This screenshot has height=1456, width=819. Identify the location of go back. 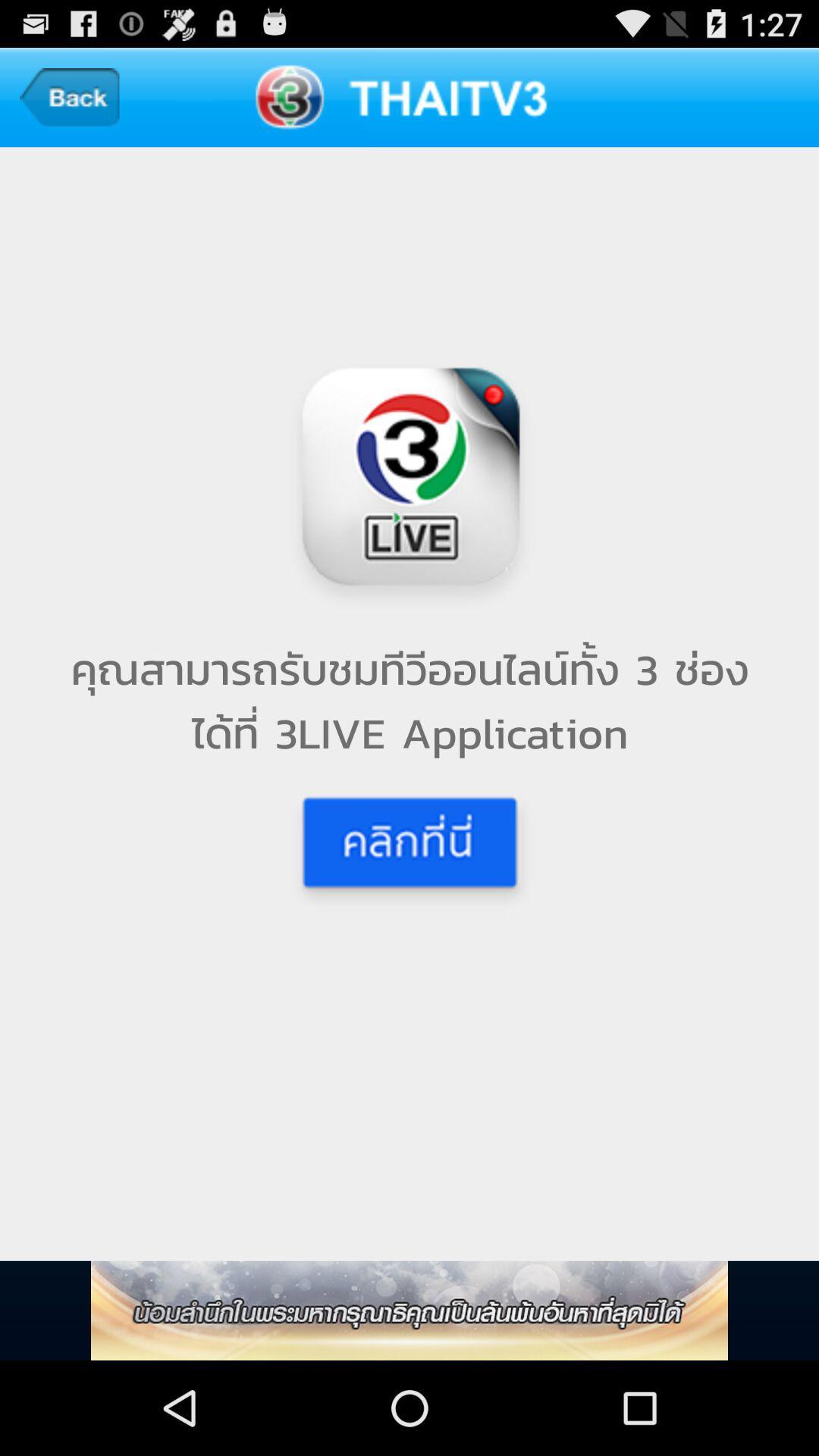
(69, 96).